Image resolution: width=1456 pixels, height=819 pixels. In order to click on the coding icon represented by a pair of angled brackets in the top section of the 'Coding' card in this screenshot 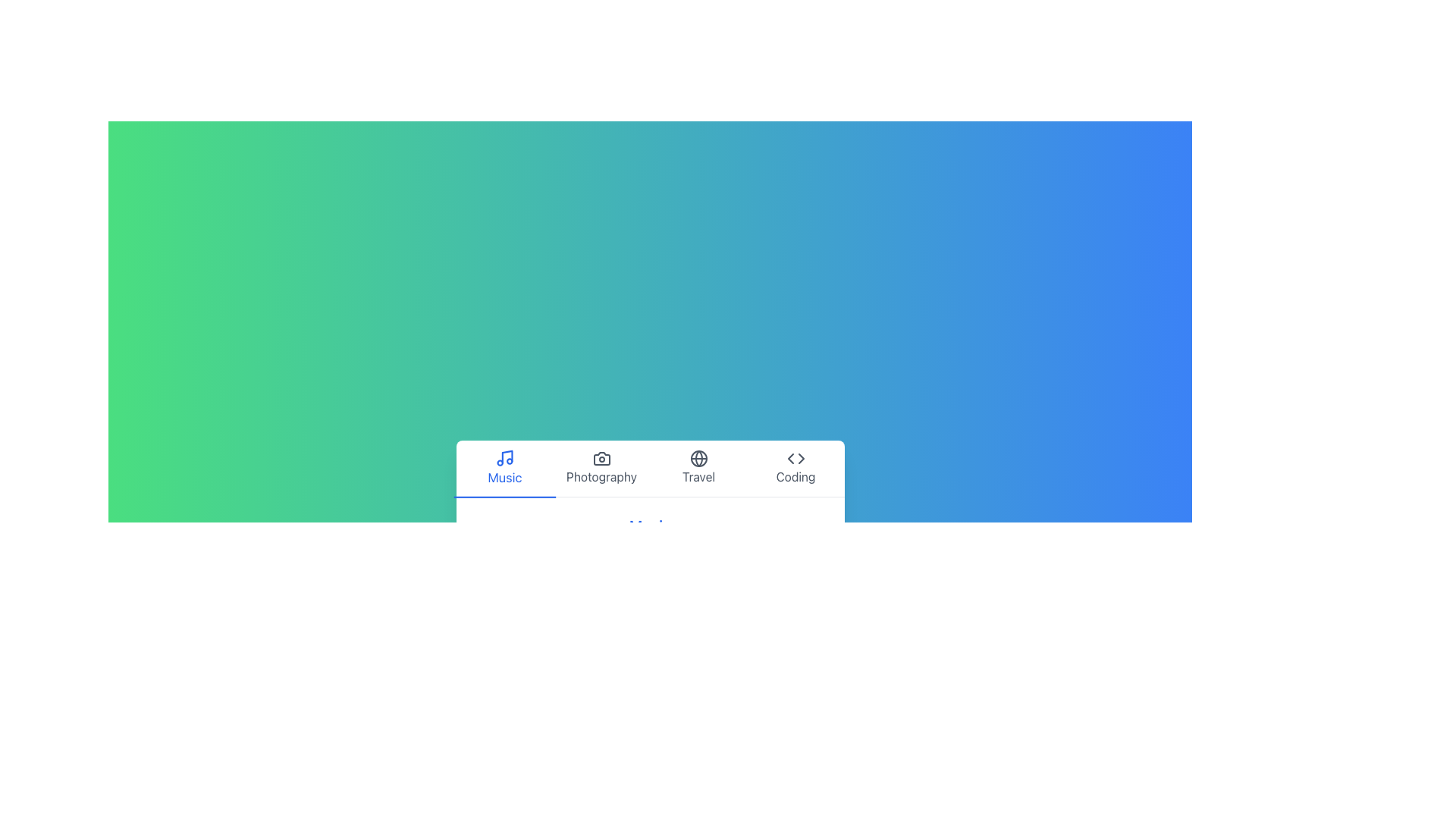, I will do `click(795, 457)`.